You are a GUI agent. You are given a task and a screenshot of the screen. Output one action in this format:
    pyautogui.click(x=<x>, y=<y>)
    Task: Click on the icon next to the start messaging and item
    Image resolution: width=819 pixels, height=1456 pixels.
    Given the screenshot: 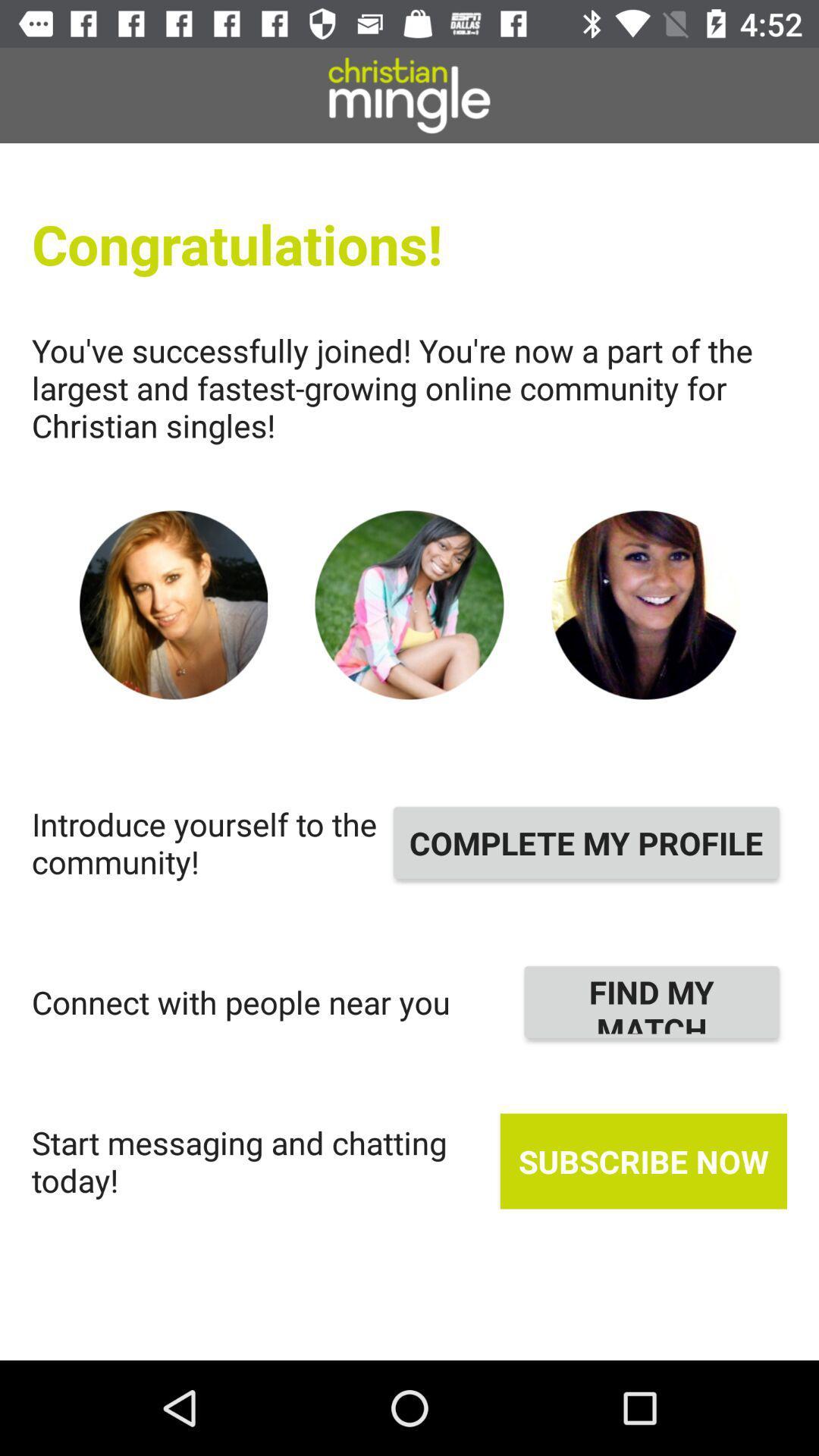 What is the action you would take?
    pyautogui.click(x=643, y=1160)
    